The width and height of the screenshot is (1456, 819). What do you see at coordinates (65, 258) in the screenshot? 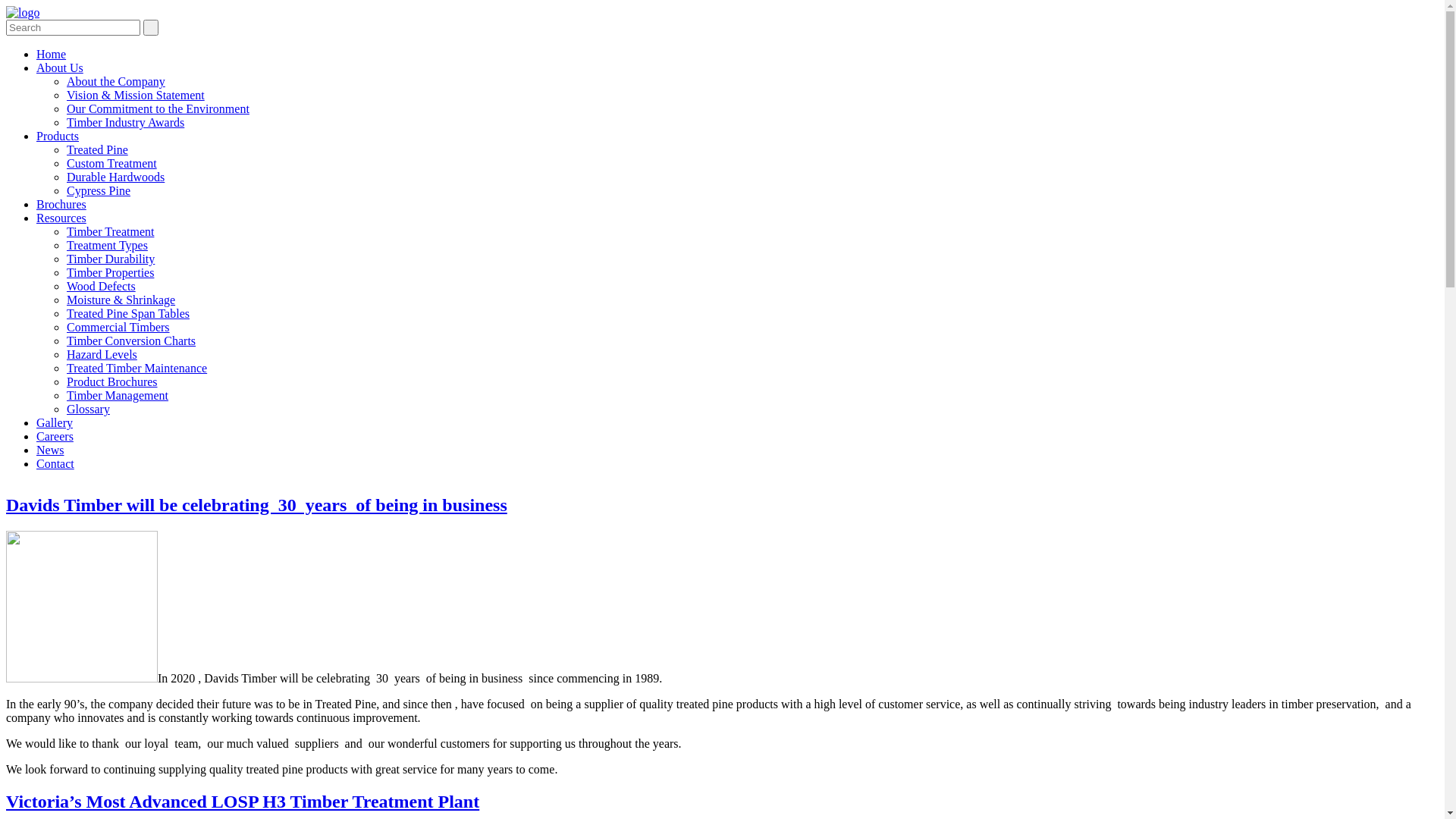
I see `'Timber Durability'` at bounding box center [65, 258].